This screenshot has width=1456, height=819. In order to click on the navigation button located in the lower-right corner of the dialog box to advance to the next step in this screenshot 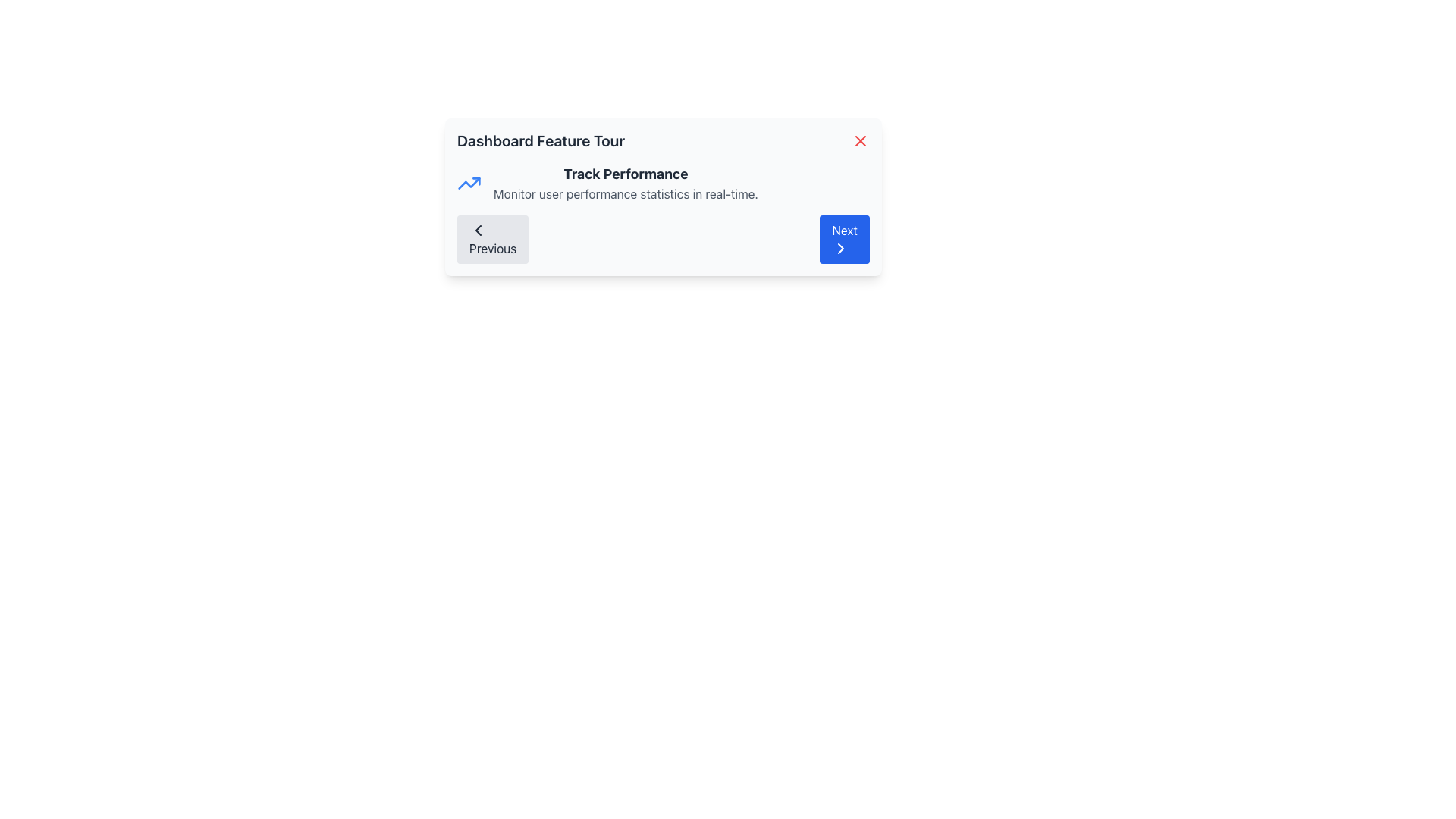, I will do `click(844, 239)`.